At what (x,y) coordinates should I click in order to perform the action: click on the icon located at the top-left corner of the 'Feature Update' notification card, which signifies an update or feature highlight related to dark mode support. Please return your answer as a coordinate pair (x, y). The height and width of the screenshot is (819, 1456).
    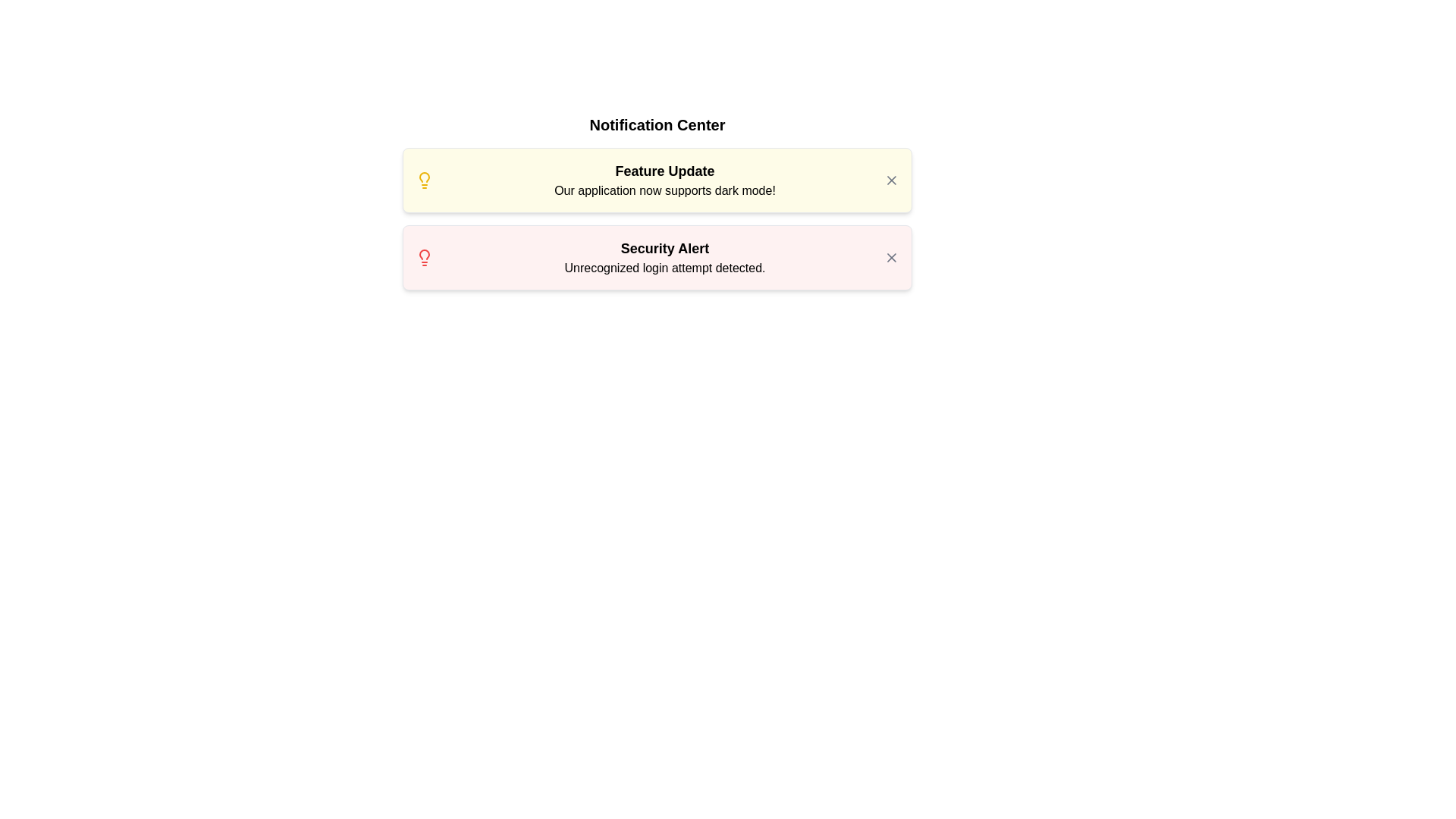
    Looking at the image, I should click on (425, 180).